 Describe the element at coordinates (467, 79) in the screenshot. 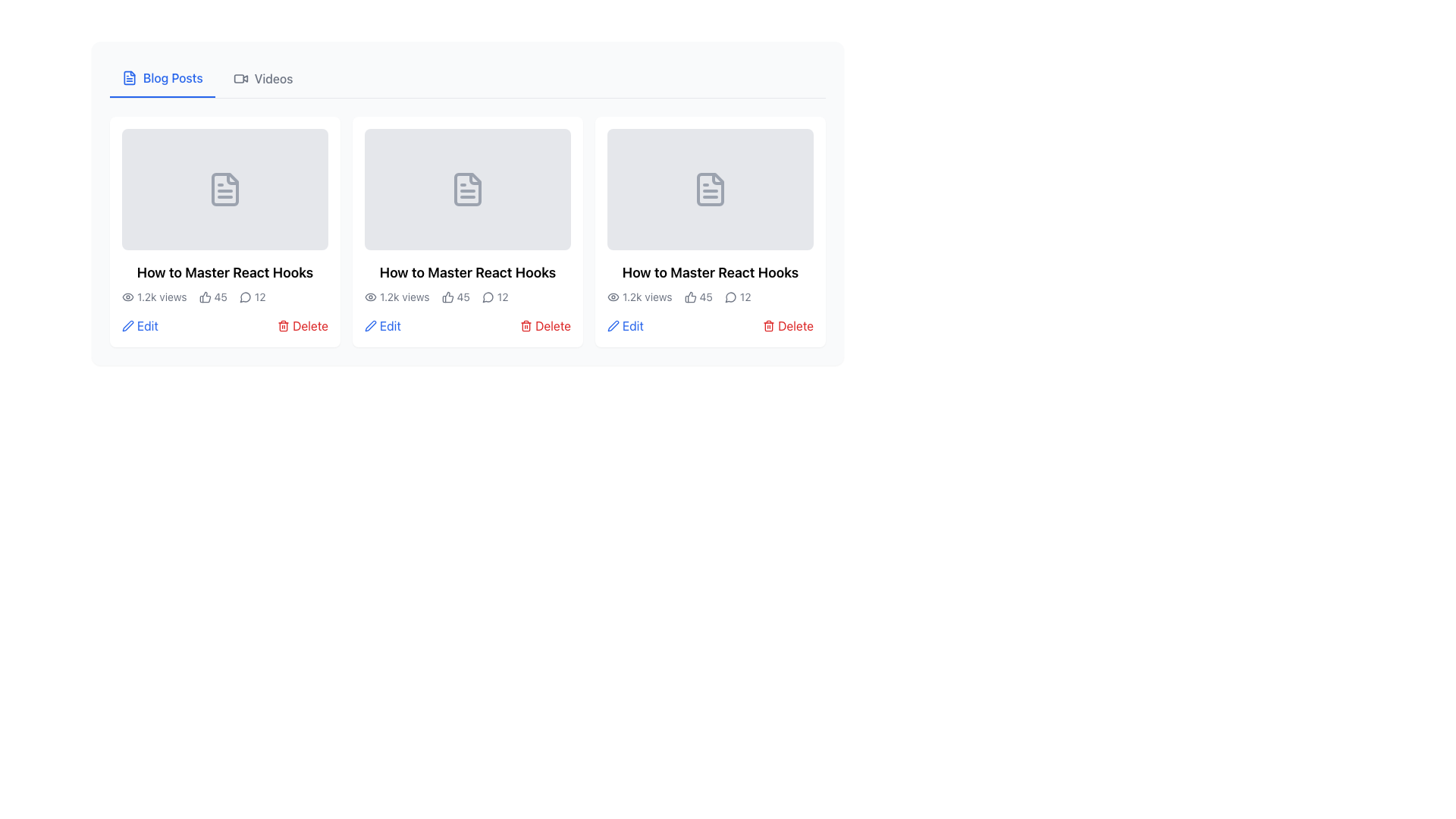

I see `the 'Videos' tab in the Tab navigation bar located at the top of the primary content area, which allows users to switch between viewing blog posts or videos` at that location.